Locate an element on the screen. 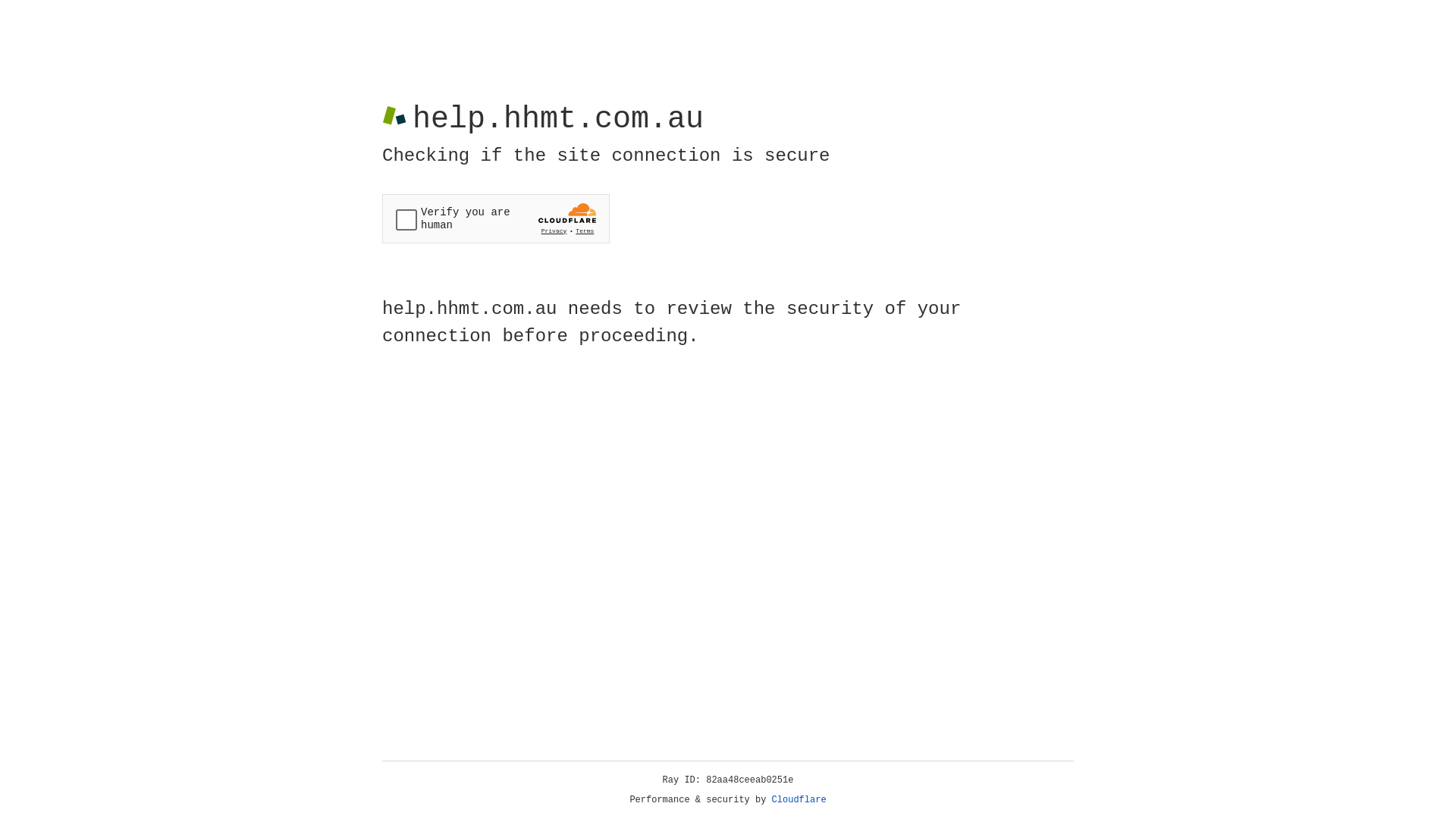 The height and width of the screenshot is (819, 1456). 'Cloudflare' is located at coordinates (799, 799).